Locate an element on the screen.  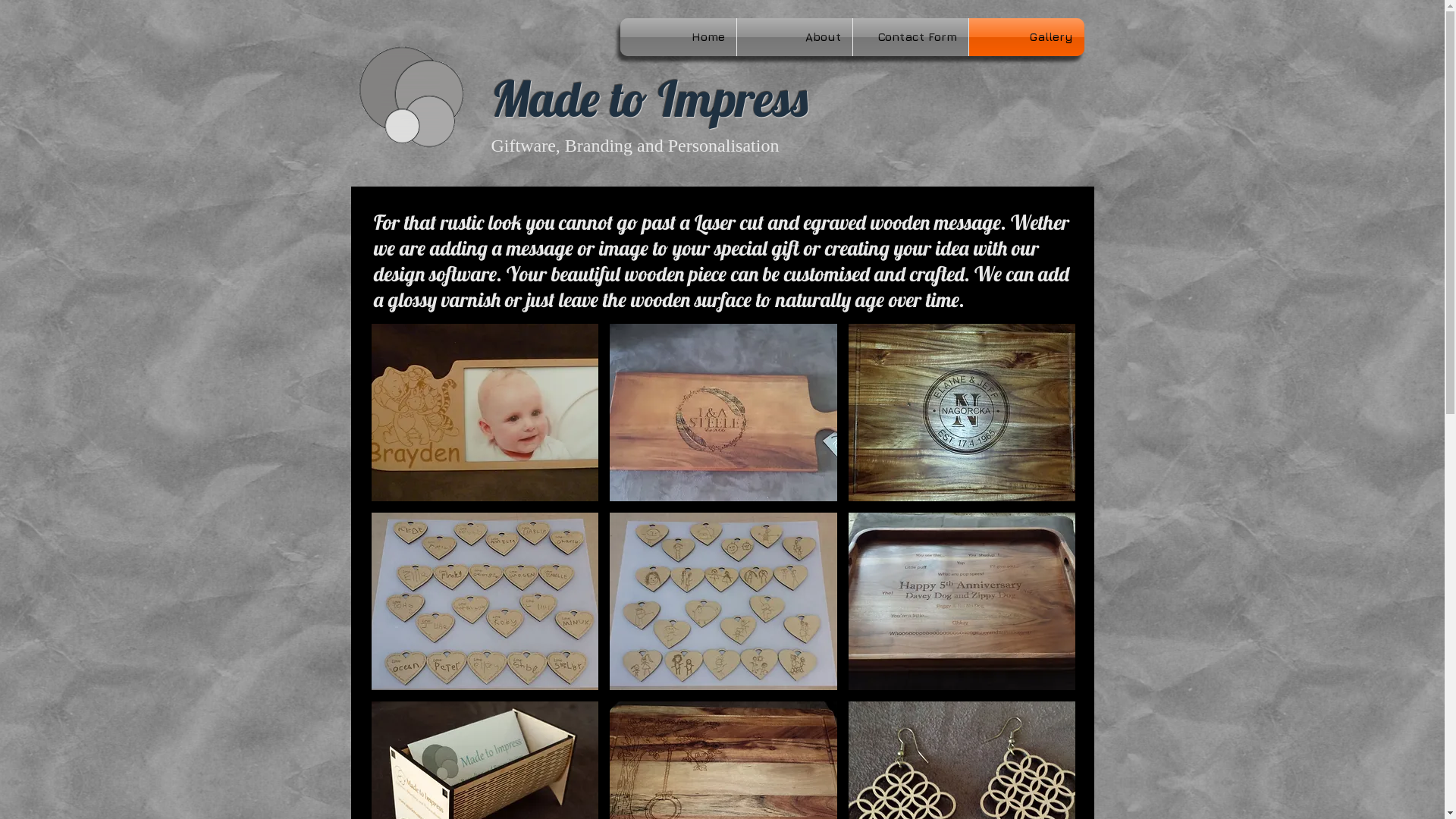
'Clipboard02.gif' is located at coordinates (410, 96).